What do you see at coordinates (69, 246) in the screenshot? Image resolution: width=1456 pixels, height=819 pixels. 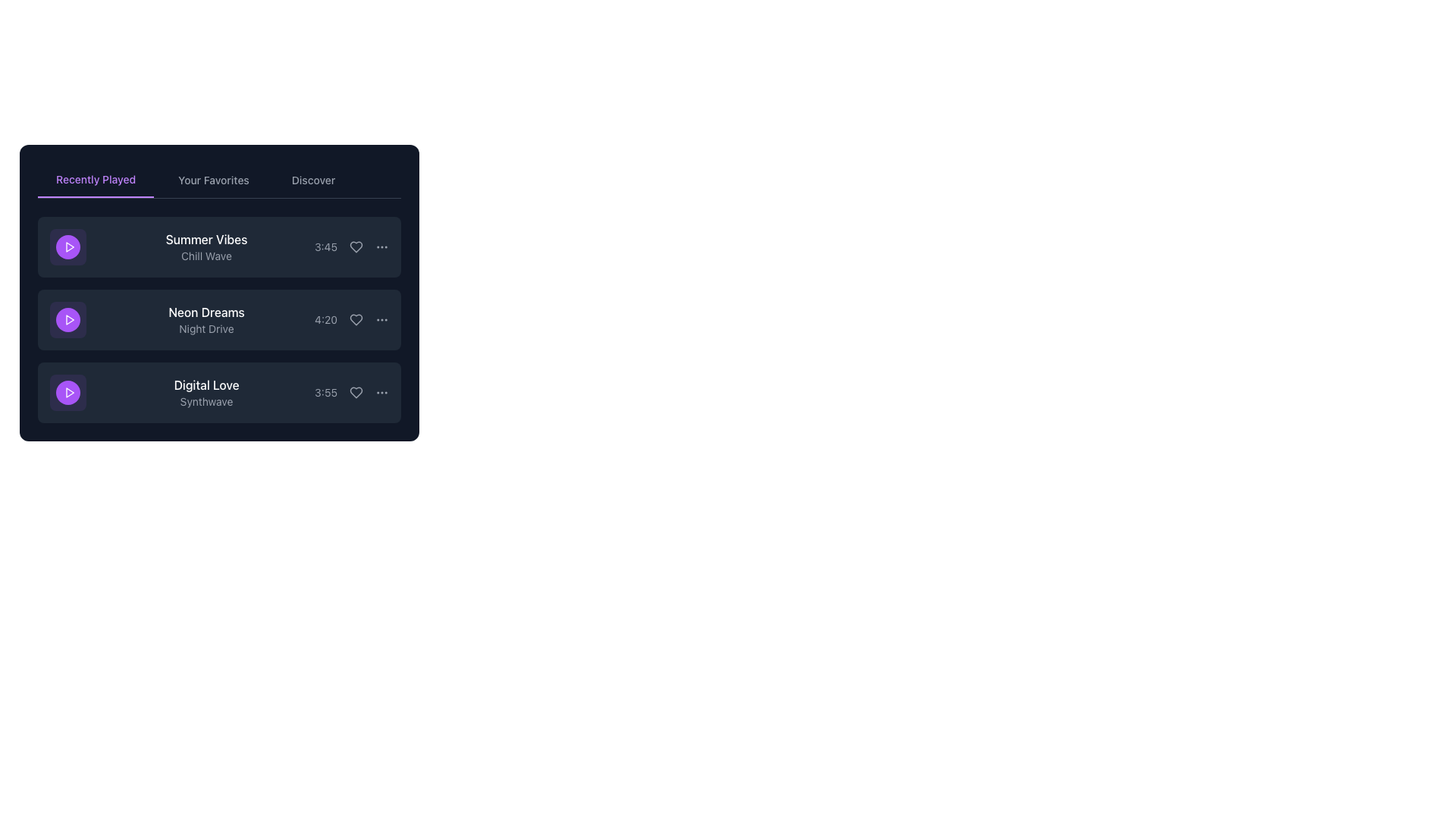 I see `the white triangle icon button resembling a play button, located within a purple circular background, to play the media track 'Summer Vibes' under the 'Recently Played' tab` at bounding box center [69, 246].